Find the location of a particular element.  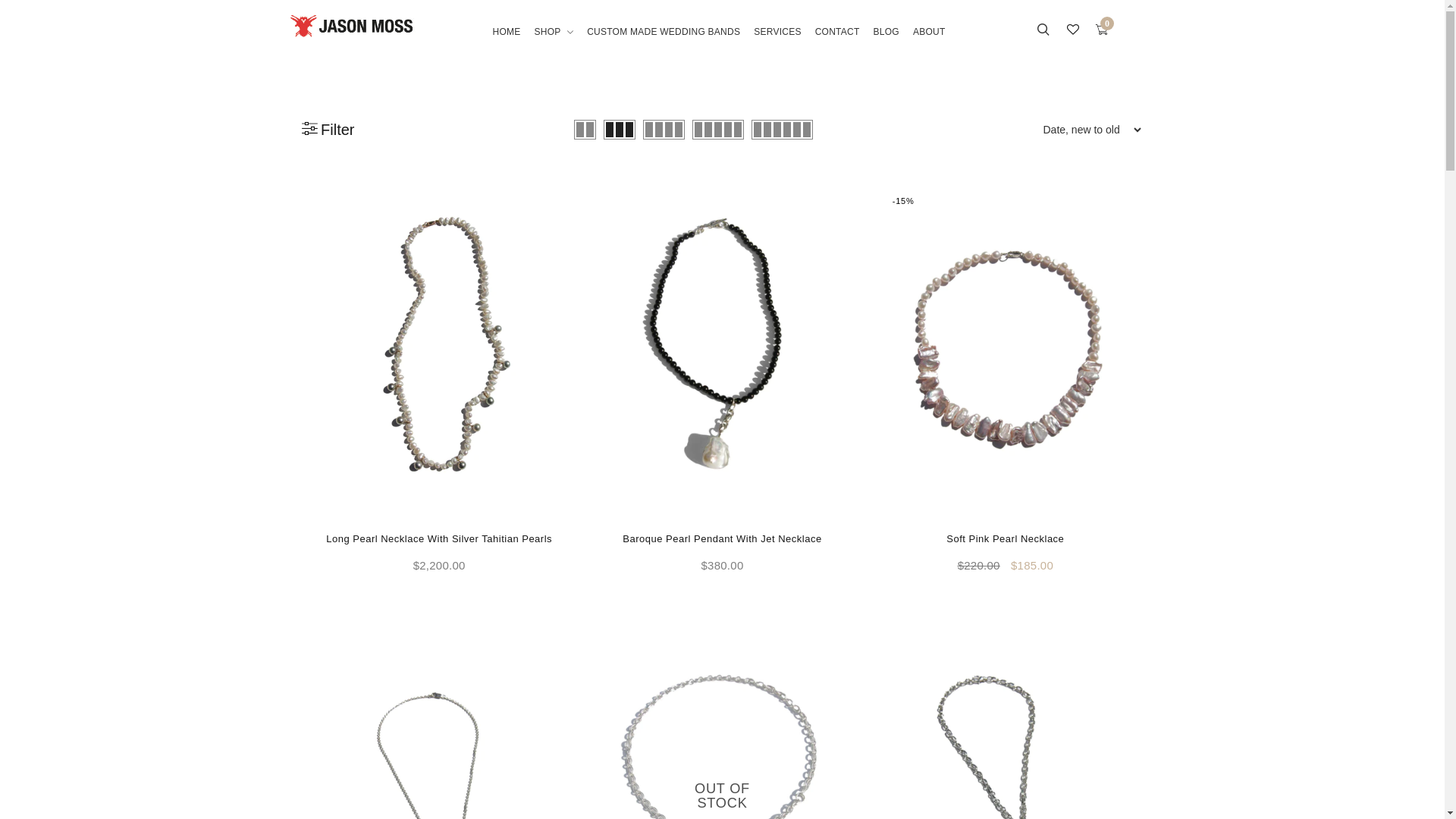

'CUSTOM MADE WEDDING BANDS' is located at coordinates (579, 42).